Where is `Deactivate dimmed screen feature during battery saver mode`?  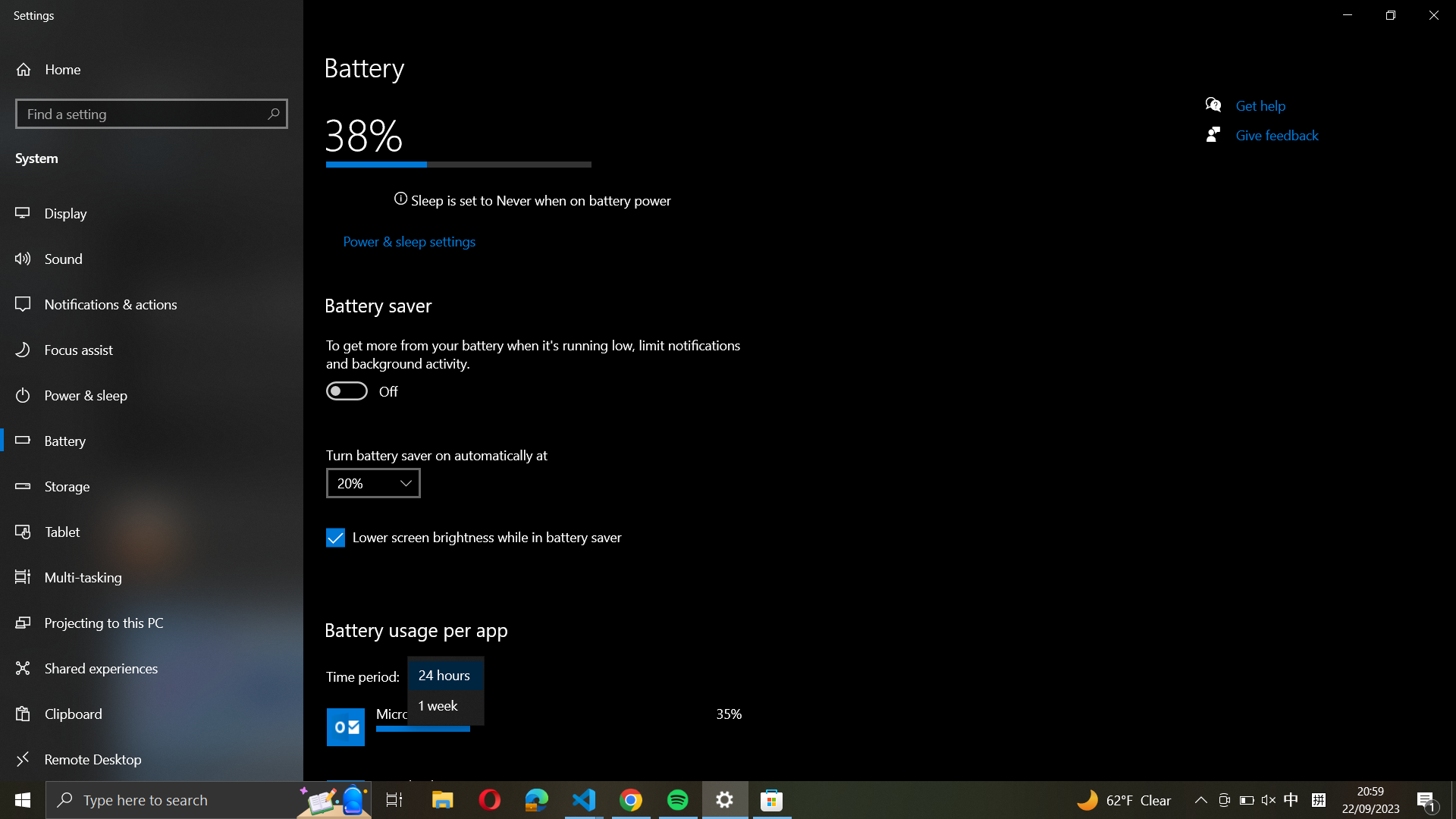
Deactivate dimmed screen feature during battery saver mode is located at coordinates (334, 537).